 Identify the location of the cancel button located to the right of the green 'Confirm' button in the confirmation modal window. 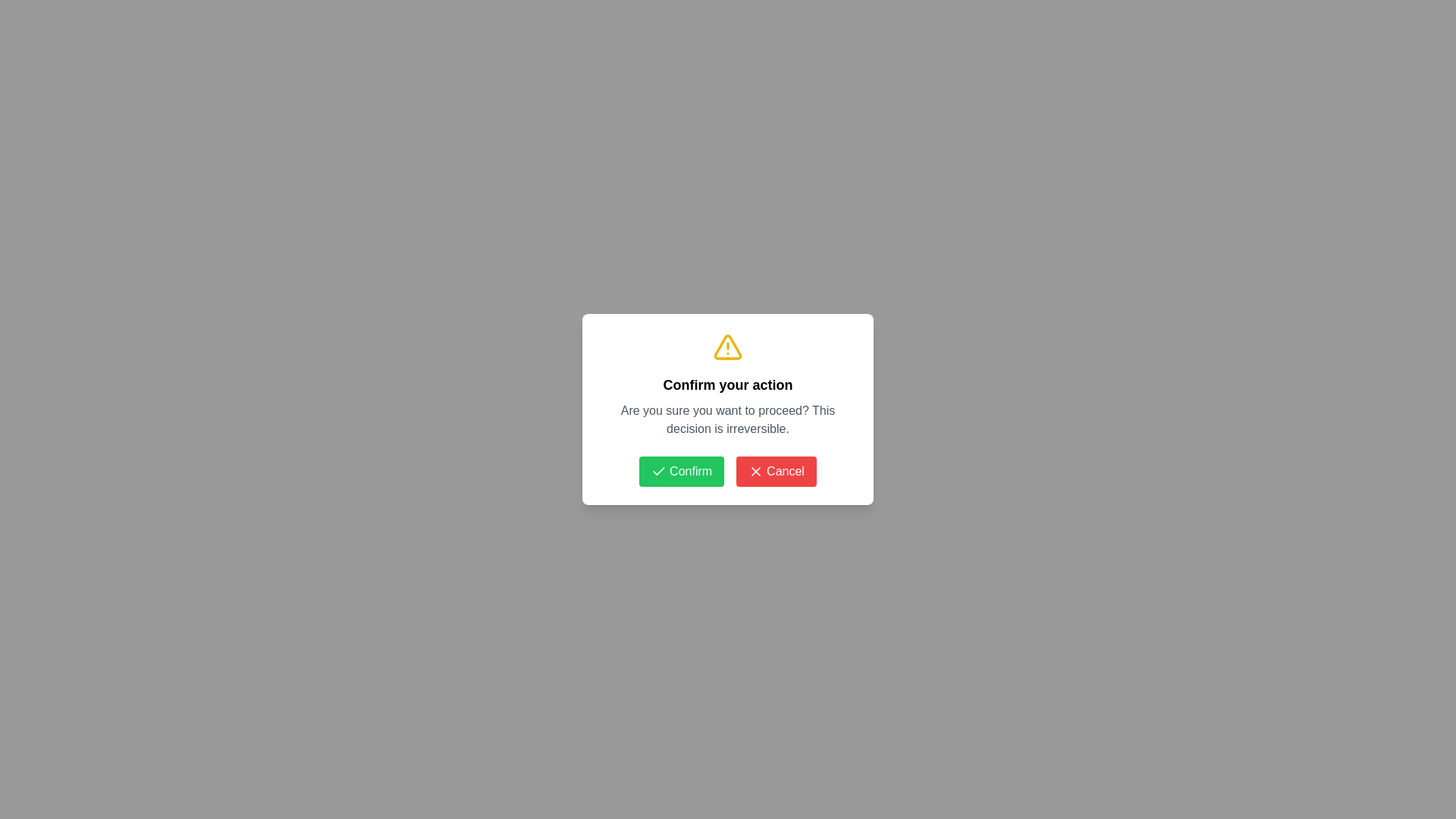
(776, 470).